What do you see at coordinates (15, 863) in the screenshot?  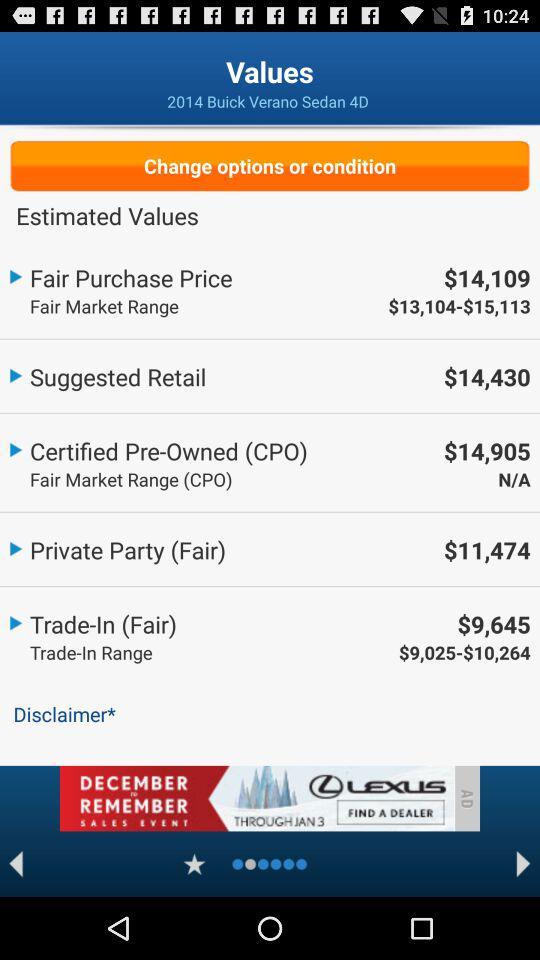 I see `go back` at bounding box center [15, 863].